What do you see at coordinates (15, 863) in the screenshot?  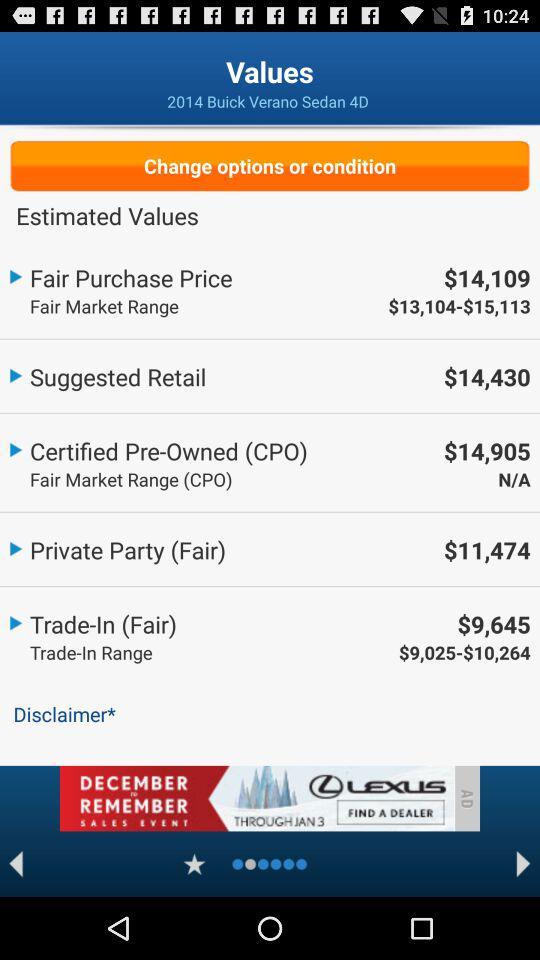 I see `go back` at bounding box center [15, 863].